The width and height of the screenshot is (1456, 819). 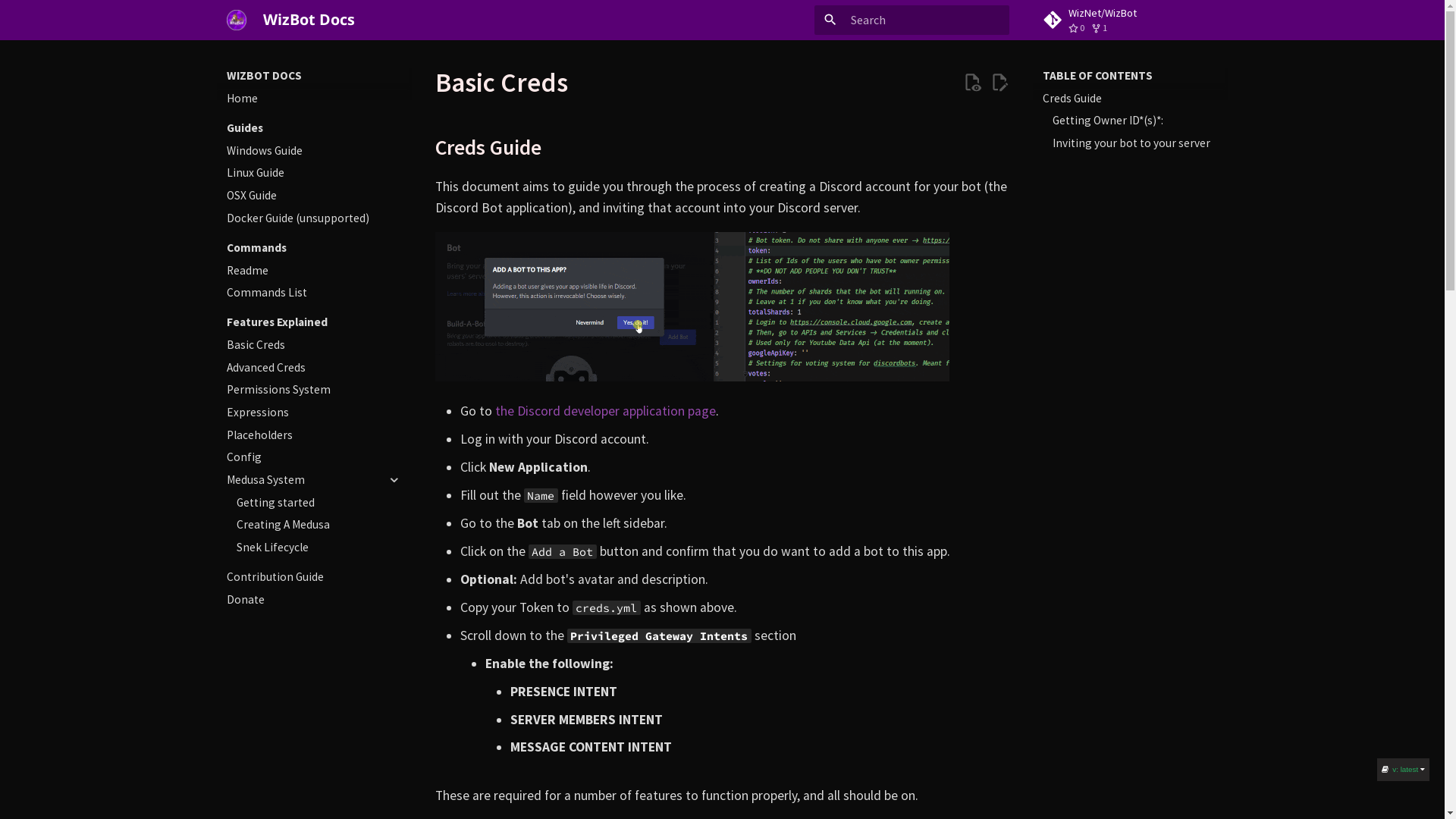 I want to click on 'the Discord developer application page', so click(x=604, y=411).